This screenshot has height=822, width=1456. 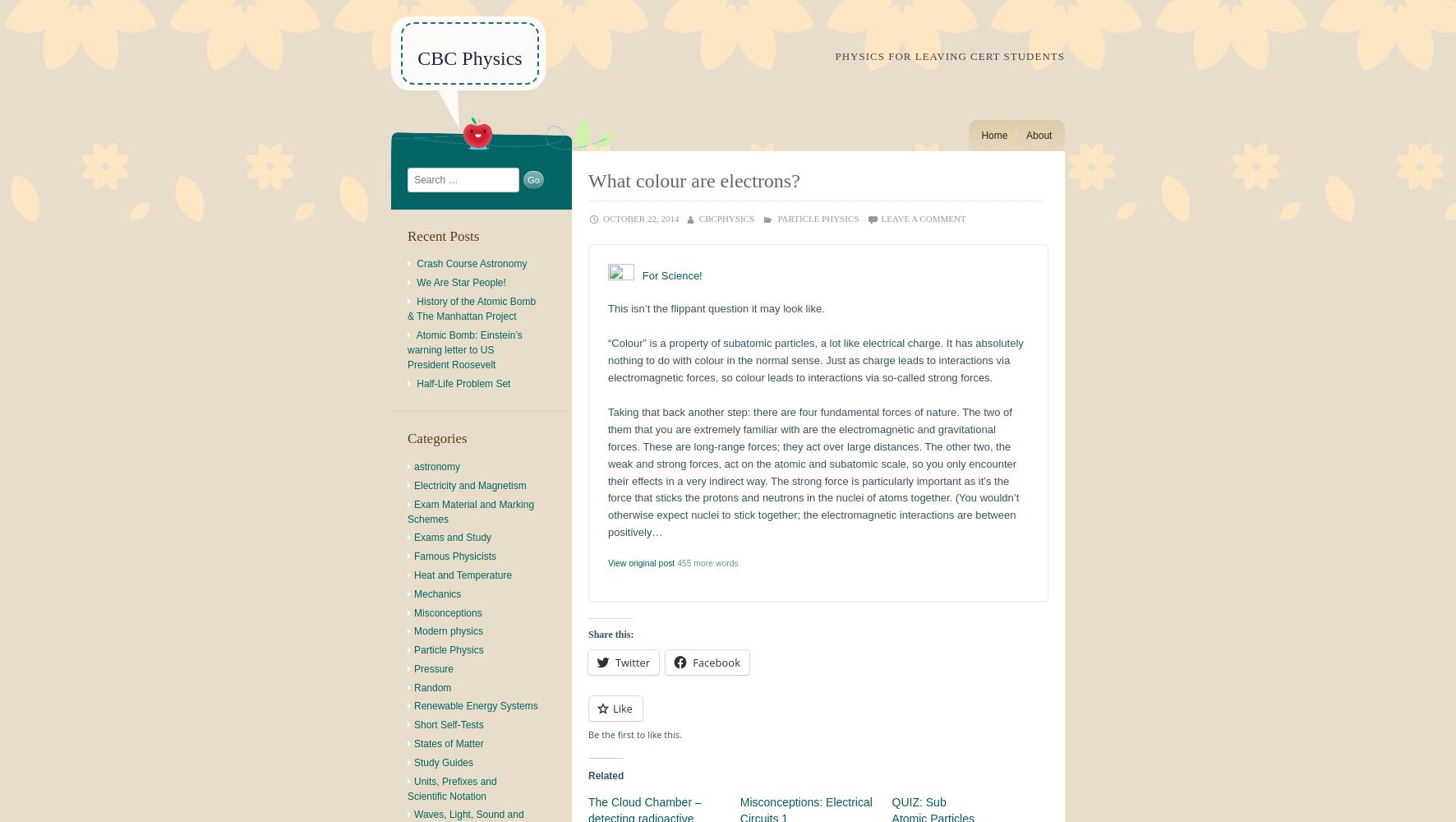 I want to click on 'Menu', so click(x=979, y=127).